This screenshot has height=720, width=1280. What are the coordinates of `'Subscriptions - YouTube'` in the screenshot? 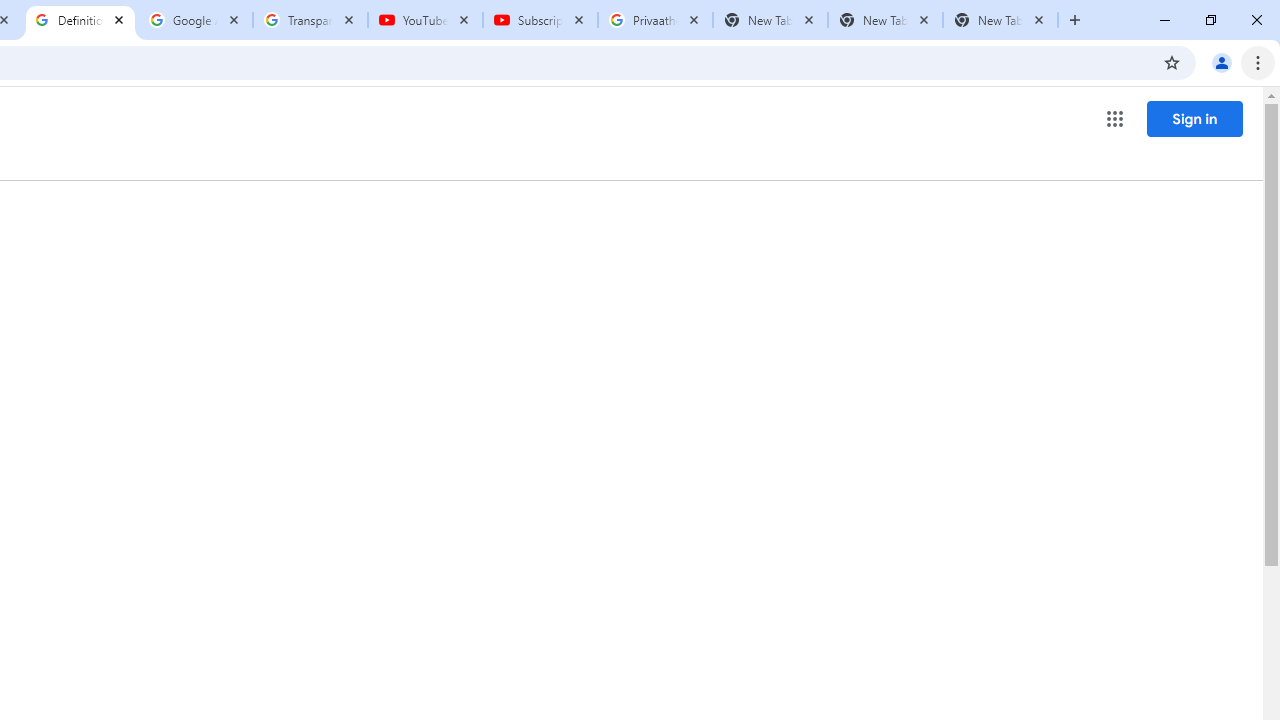 It's located at (540, 20).